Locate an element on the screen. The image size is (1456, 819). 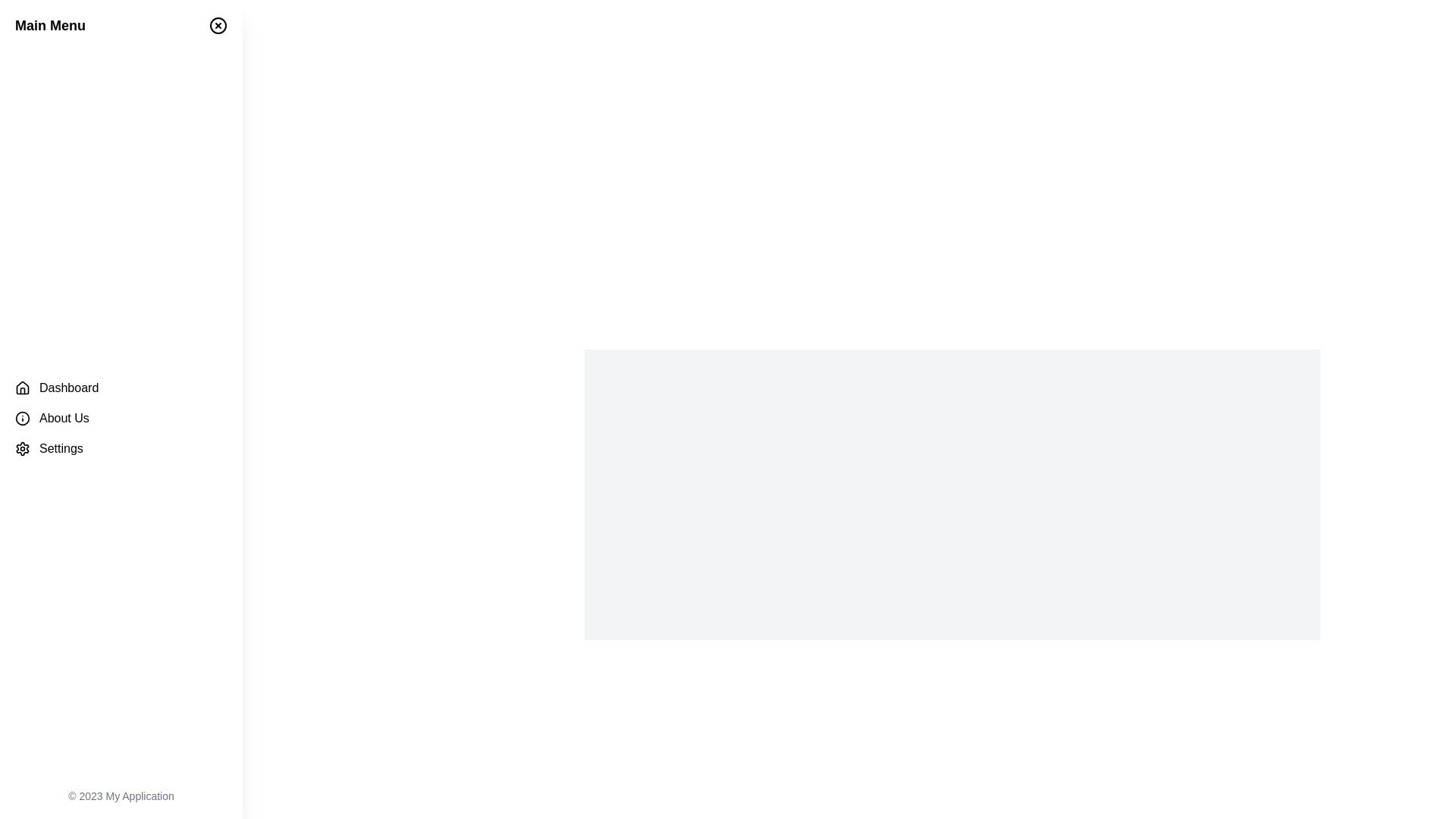
the icon representing the settings functionality located in the first position of the 'Settings' row, which is above the 'Settings' text and below 'About Us' is located at coordinates (22, 447).